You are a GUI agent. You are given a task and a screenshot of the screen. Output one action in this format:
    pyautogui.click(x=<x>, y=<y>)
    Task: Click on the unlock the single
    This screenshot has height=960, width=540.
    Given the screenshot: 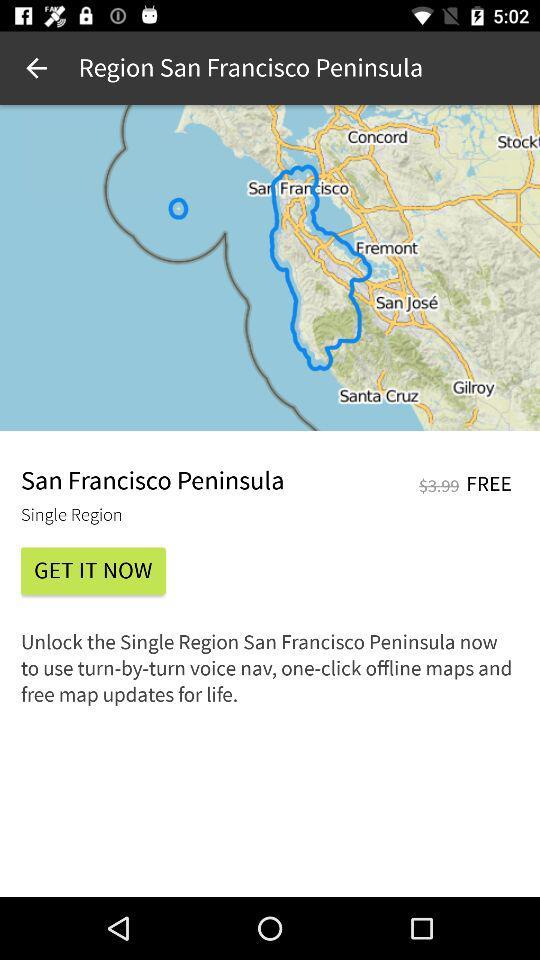 What is the action you would take?
    pyautogui.click(x=270, y=675)
    